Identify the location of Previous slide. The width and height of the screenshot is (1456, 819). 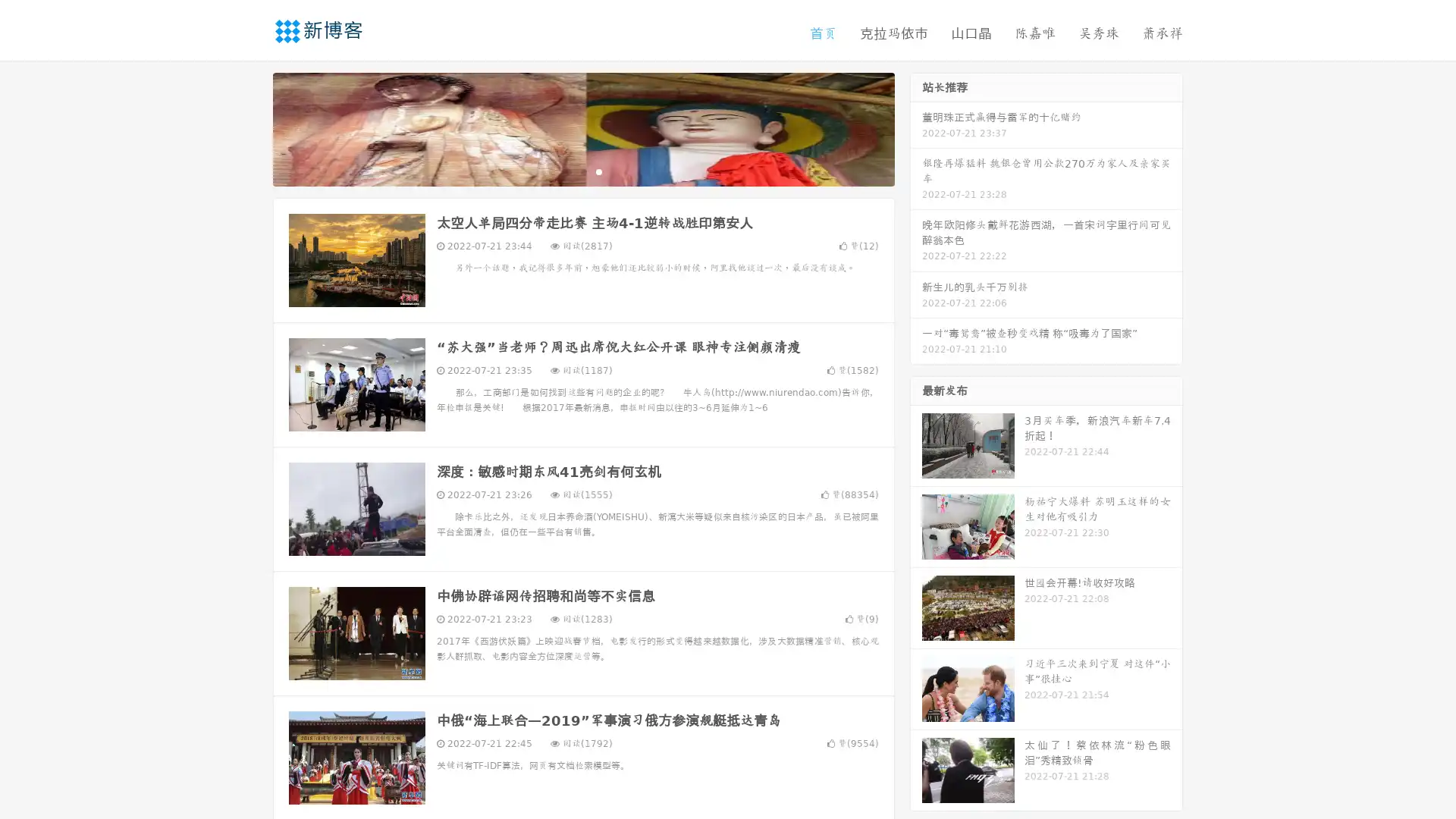
(250, 127).